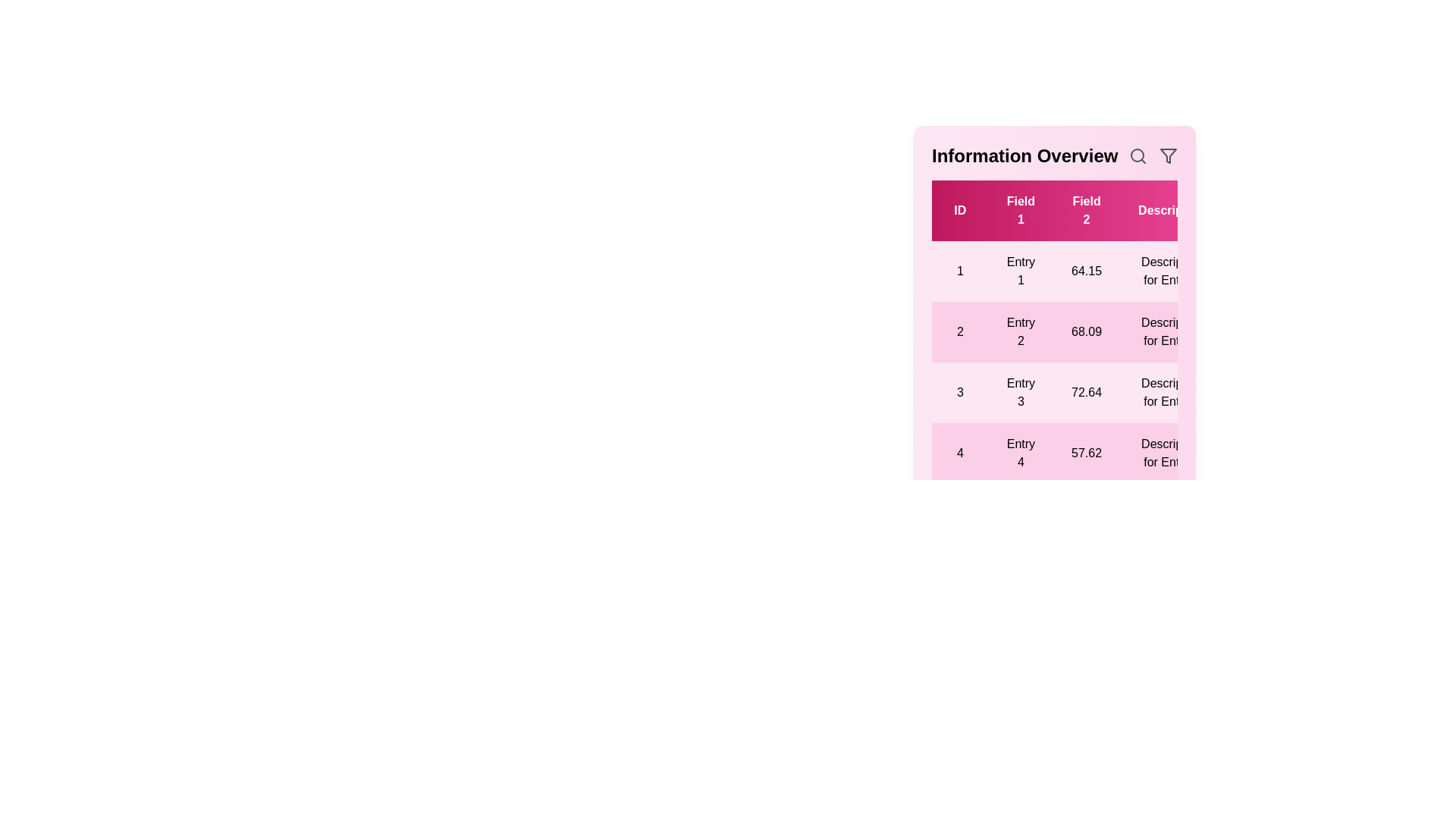 This screenshot has height=819, width=1456. I want to click on the table header Field 1 to sort by that column, so click(1020, 210).